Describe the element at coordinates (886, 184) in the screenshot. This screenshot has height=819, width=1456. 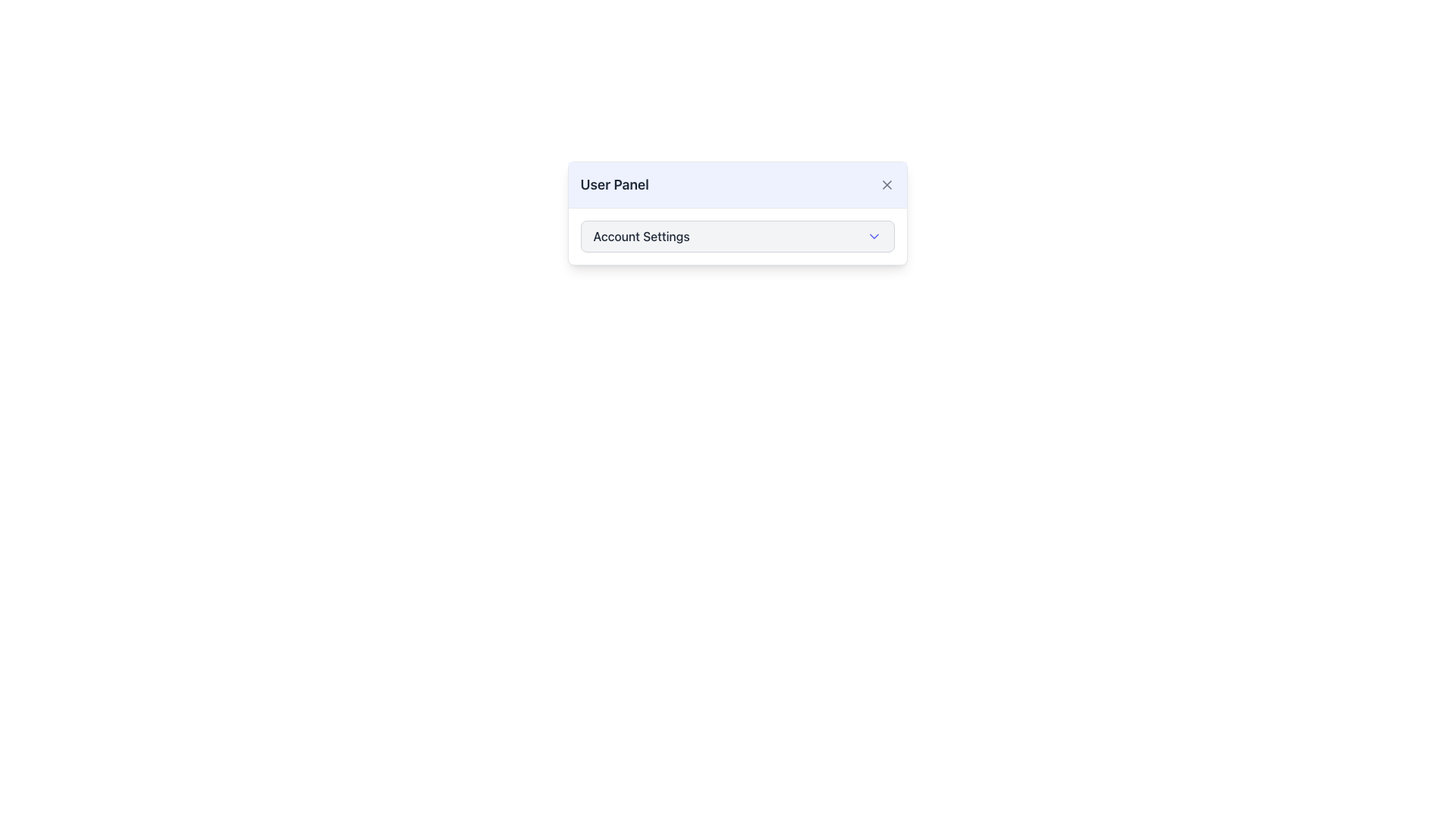
I see `the graphical icon resembling a diagonal cross ('X') located in the top-right corner of the 'User Panel'` at that location.